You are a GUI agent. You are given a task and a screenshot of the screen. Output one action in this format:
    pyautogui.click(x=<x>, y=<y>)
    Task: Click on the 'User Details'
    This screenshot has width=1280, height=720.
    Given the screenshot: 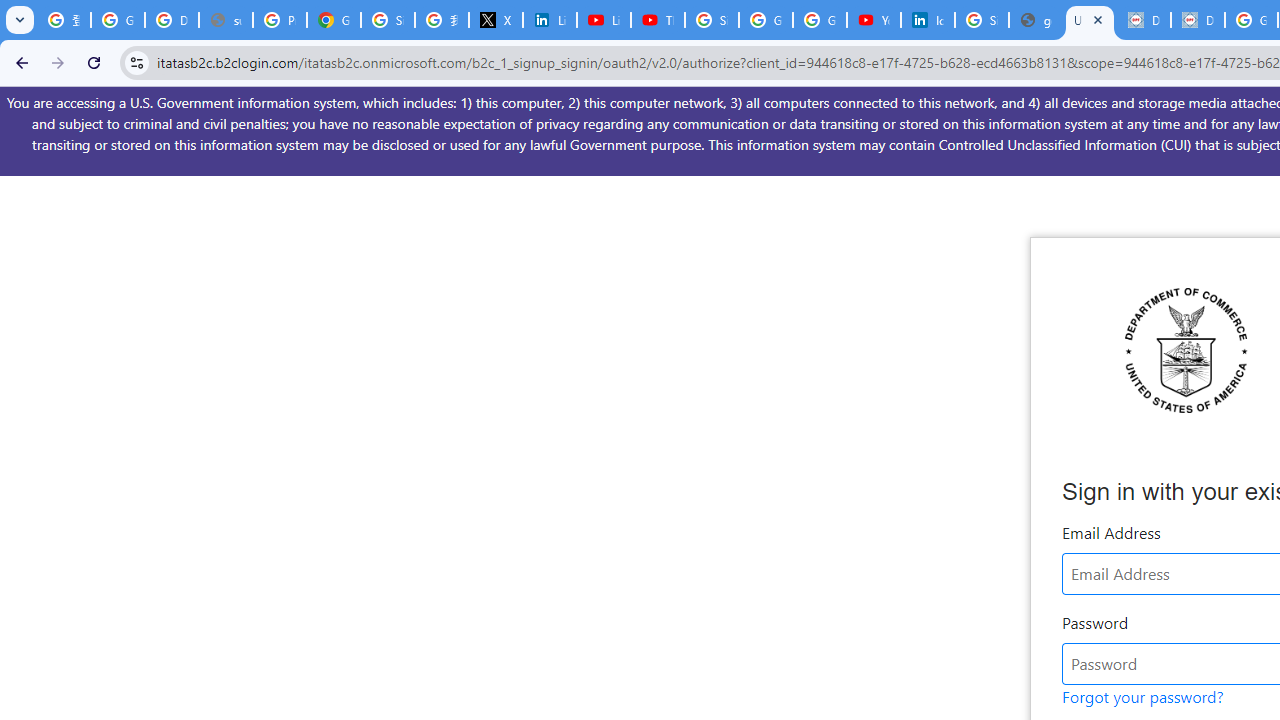 What is the action you would take?
    pyautogui.click(x=1088, y=20)
    